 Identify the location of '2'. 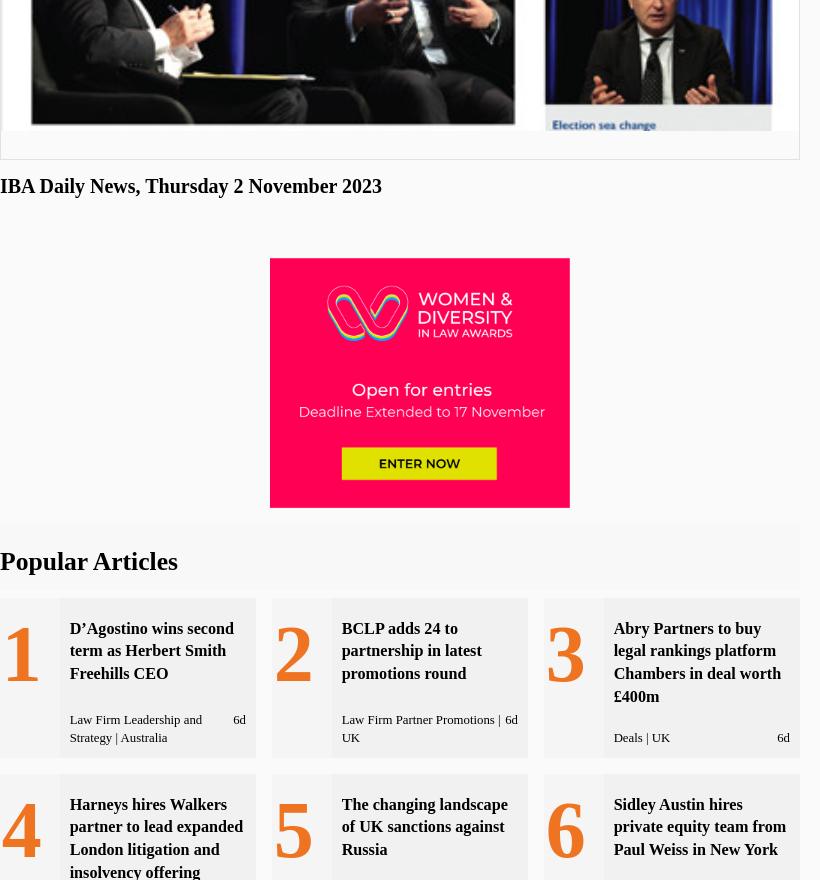
(272, 652).